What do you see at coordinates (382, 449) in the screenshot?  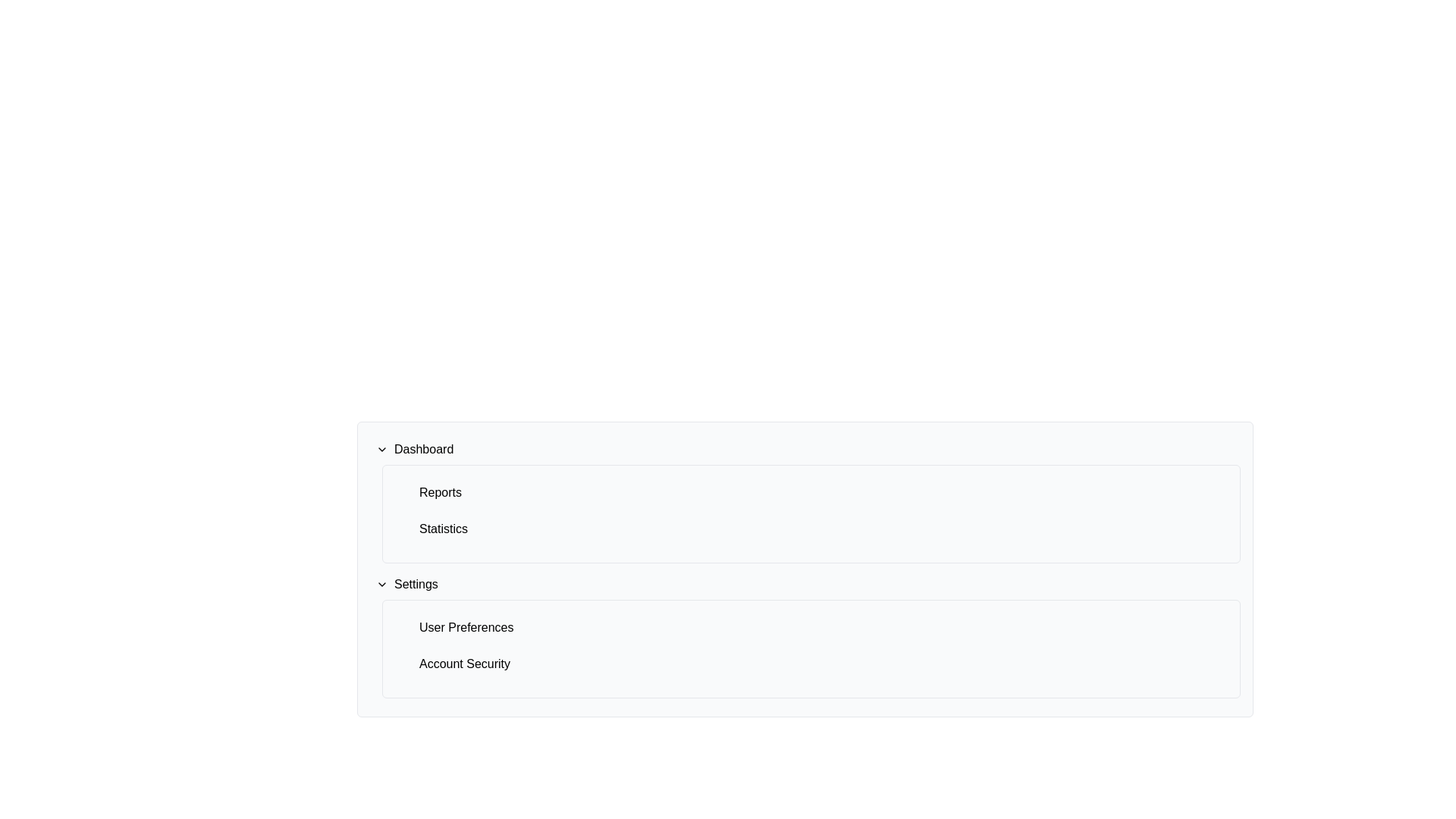 I see `the chevron icon that toggles the 'Dashboard' submenu` at bounding box center [382, 449].